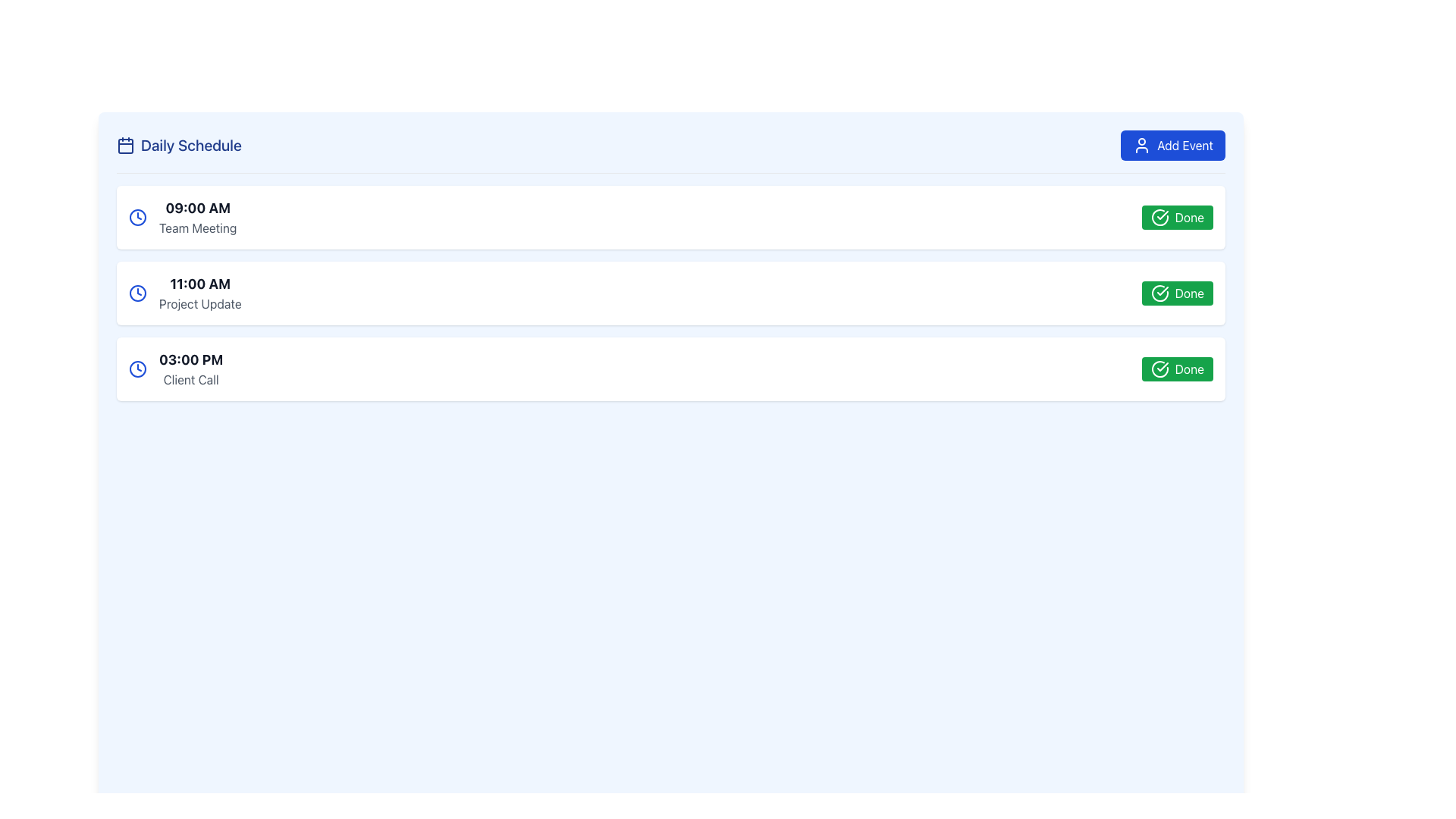 This screenshot has height=819, width=1456. What do you see at coordinates (176, 369) in the screenshot?
I see `displayed information from the schedule item labeled 'Client Call' at 03:00 PM, which is the third entry in the vertical list of schedule items` at bounding box center [176, 369].